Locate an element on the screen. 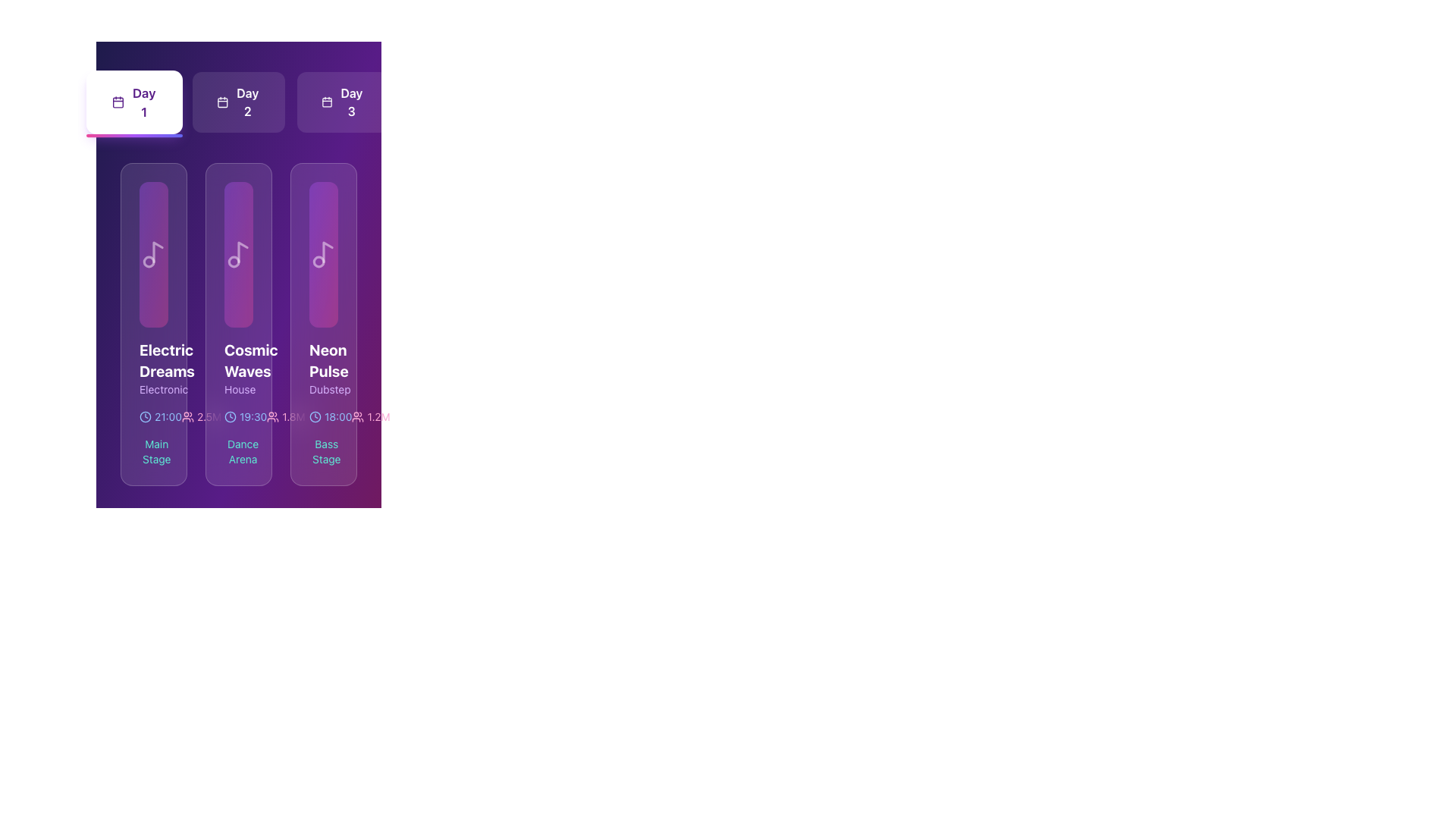  keyboard navigation is located at coordinates (342, 102).